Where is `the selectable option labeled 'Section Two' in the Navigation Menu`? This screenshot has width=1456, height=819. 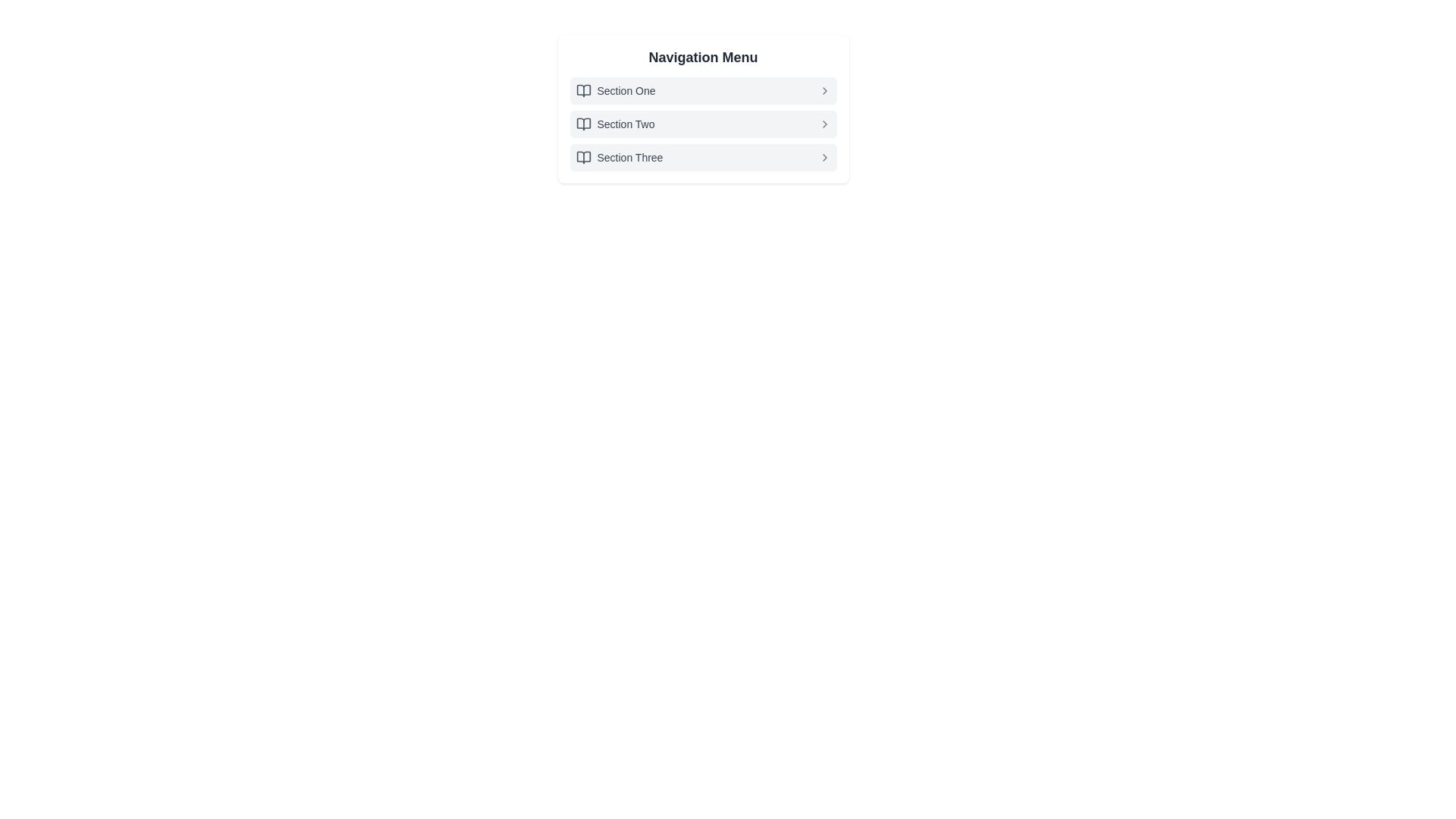 the selectable option labeled 'Section Two' in the Navigation Menu is located at coordinates (702, 108).